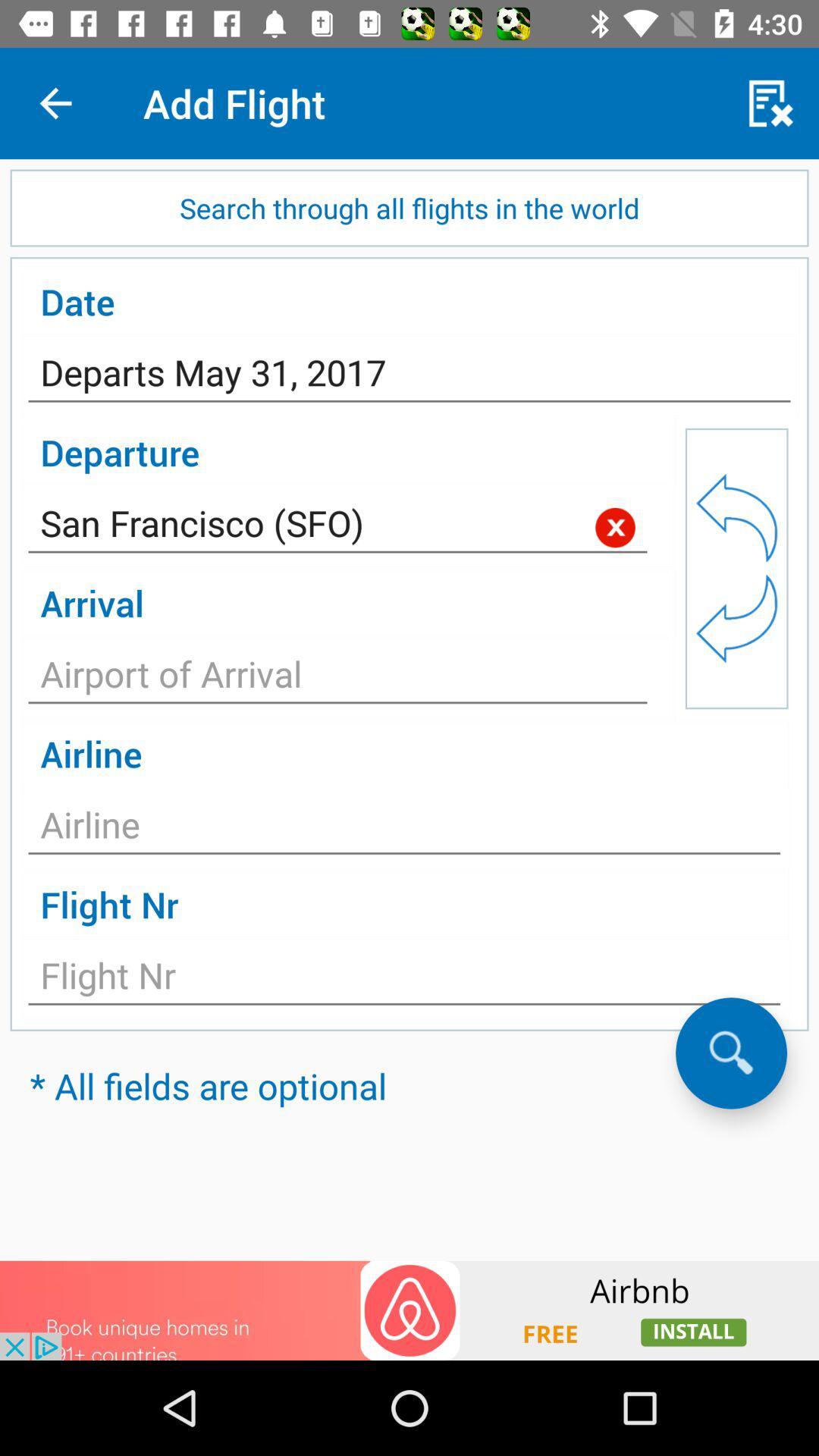 The image size is (819, 1456). Describe the element at coordinates (337, 677) in the screenshot. I see `airport of arrival` at that location.